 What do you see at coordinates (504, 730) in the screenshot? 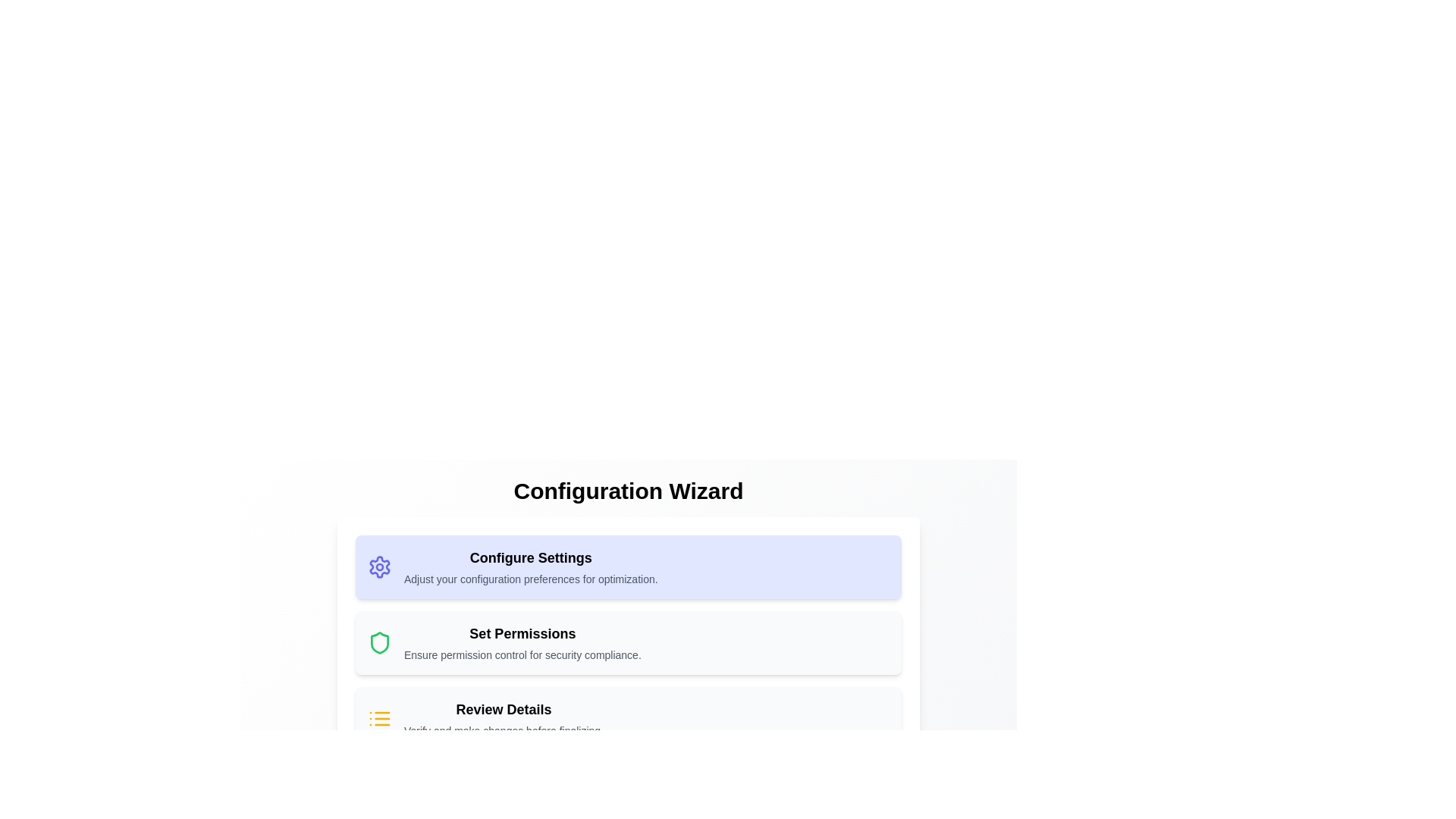
I see `informational text label displaying 'Verify and make changes before finalizing.' located below the 'Review Details' heading` at bounding box center [504, 730].